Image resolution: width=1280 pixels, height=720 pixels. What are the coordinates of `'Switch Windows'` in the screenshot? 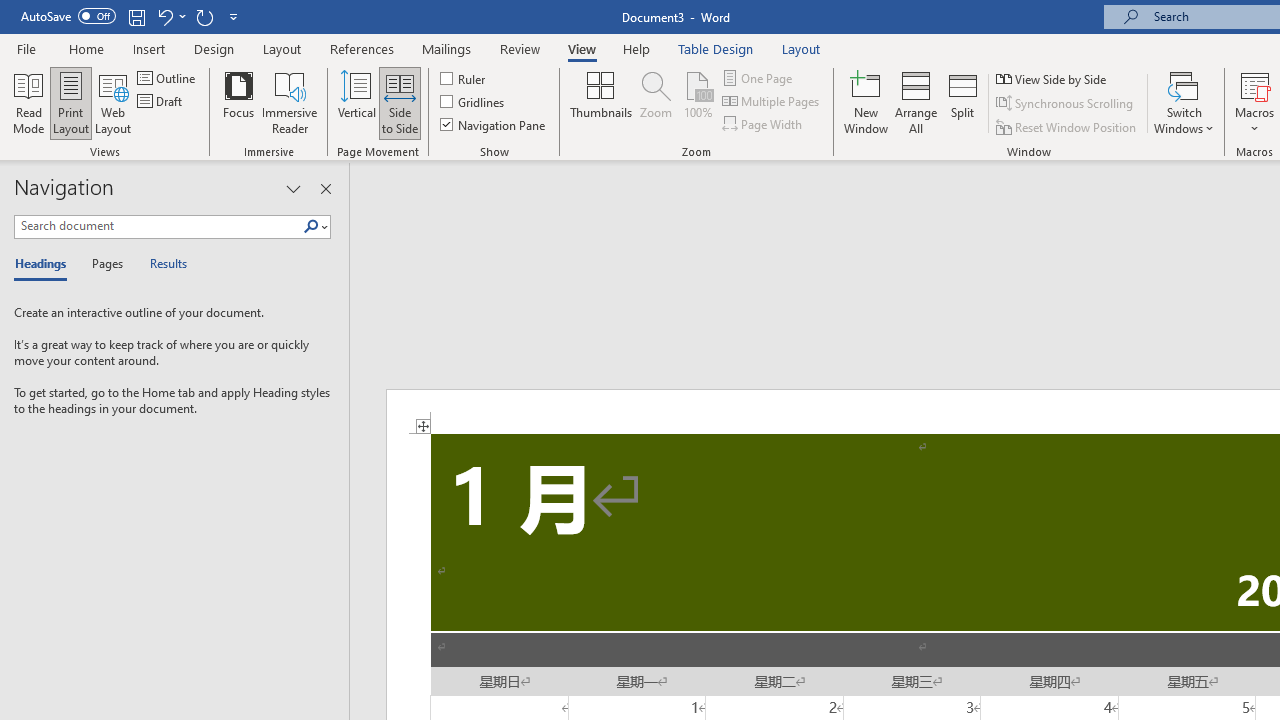 It's located at (1184, 103).